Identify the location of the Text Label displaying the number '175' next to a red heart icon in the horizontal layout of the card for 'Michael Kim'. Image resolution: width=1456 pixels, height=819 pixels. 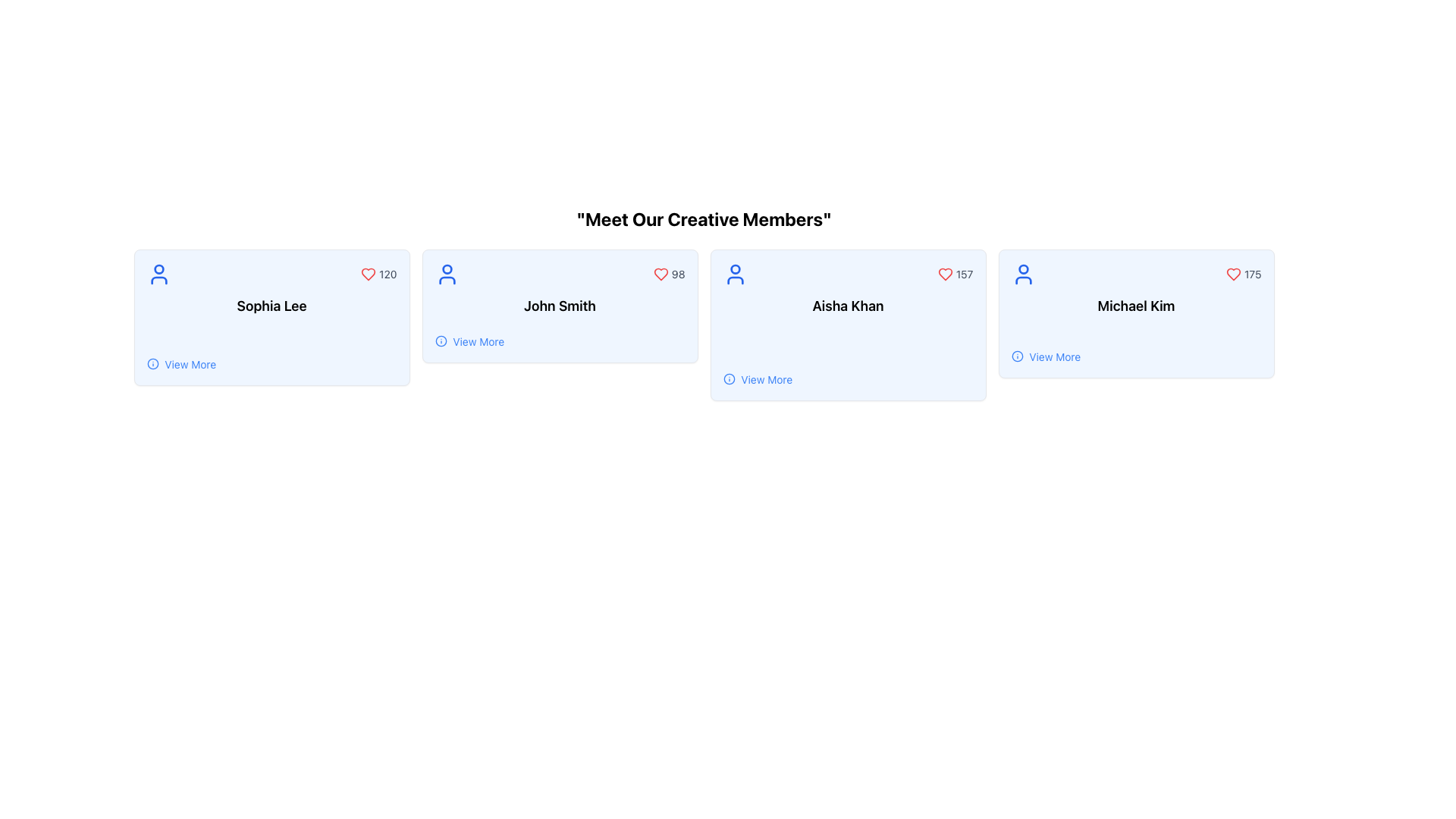
(1136, 275).